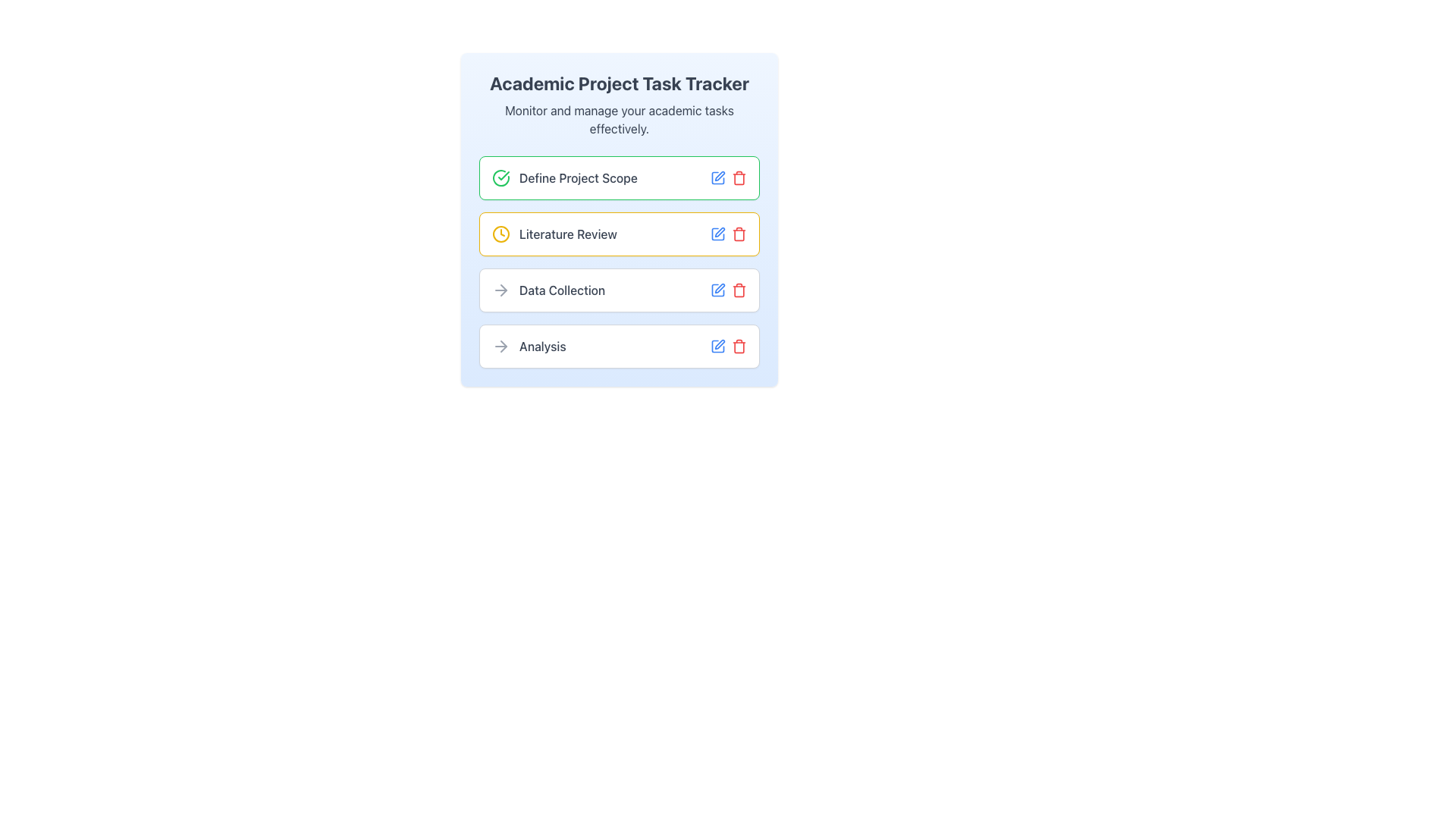  What do you see at coordinates (739, 177) in the screenshot?
I see `the Trash icon located in the rightmost action column of the first task row labeled 'Define Project Scope'` at bounding box center [739, 177].